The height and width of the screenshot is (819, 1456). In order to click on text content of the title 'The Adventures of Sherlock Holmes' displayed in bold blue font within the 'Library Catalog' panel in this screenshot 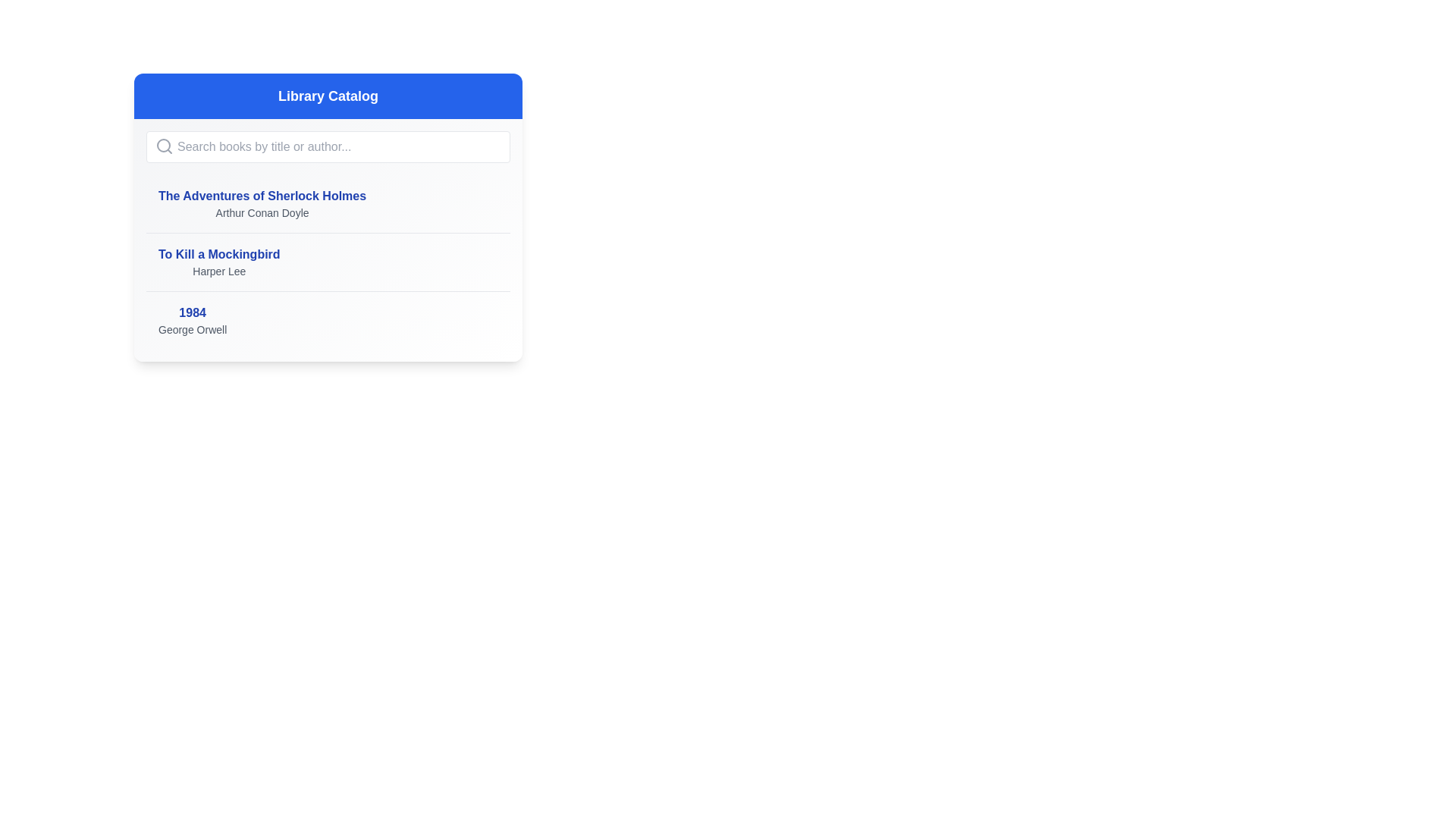, I will do `click(262, 195)`.